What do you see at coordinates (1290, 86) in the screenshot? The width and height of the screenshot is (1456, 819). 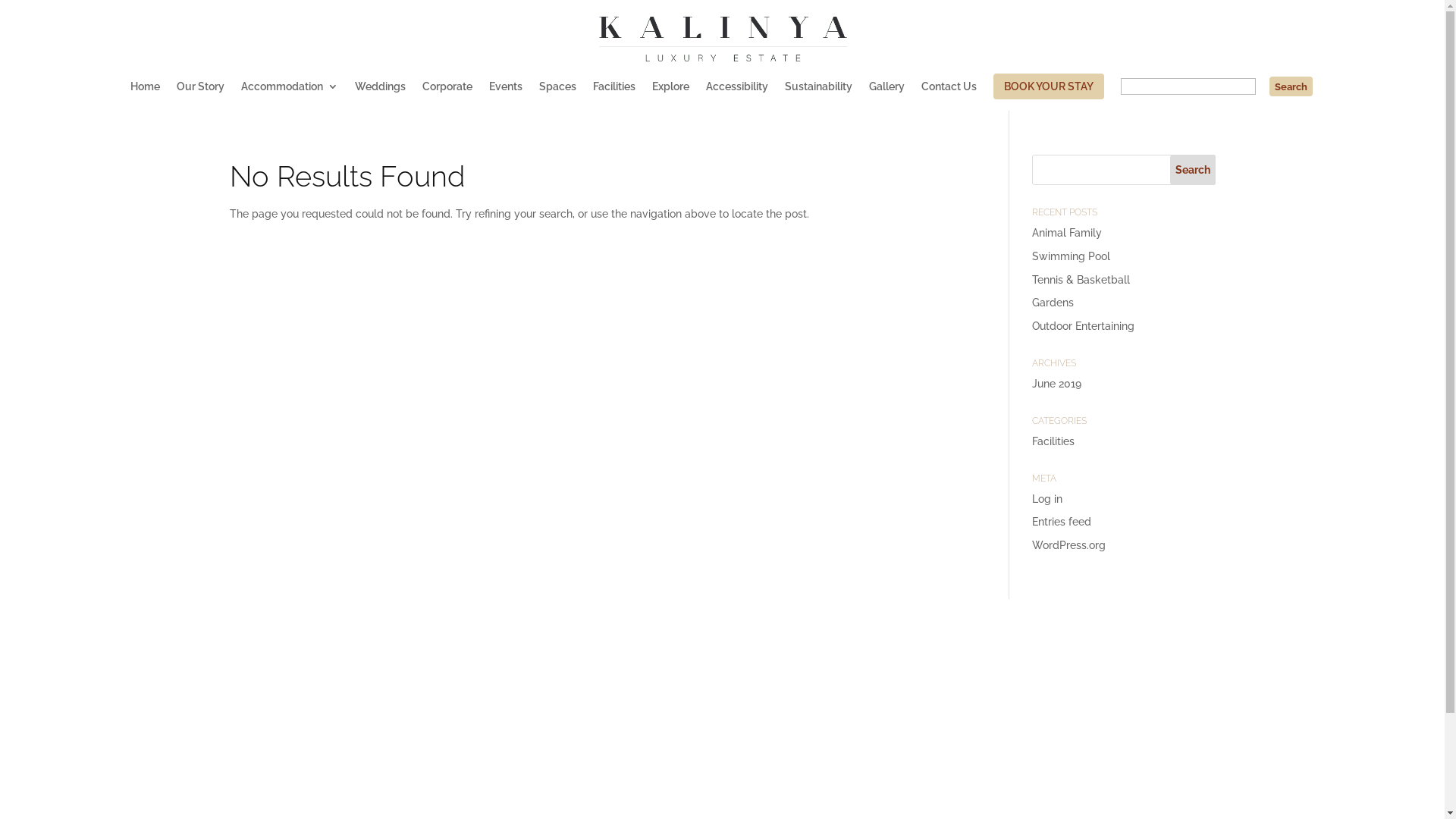 I see `'Search'` at bounding box center [1290, 86].